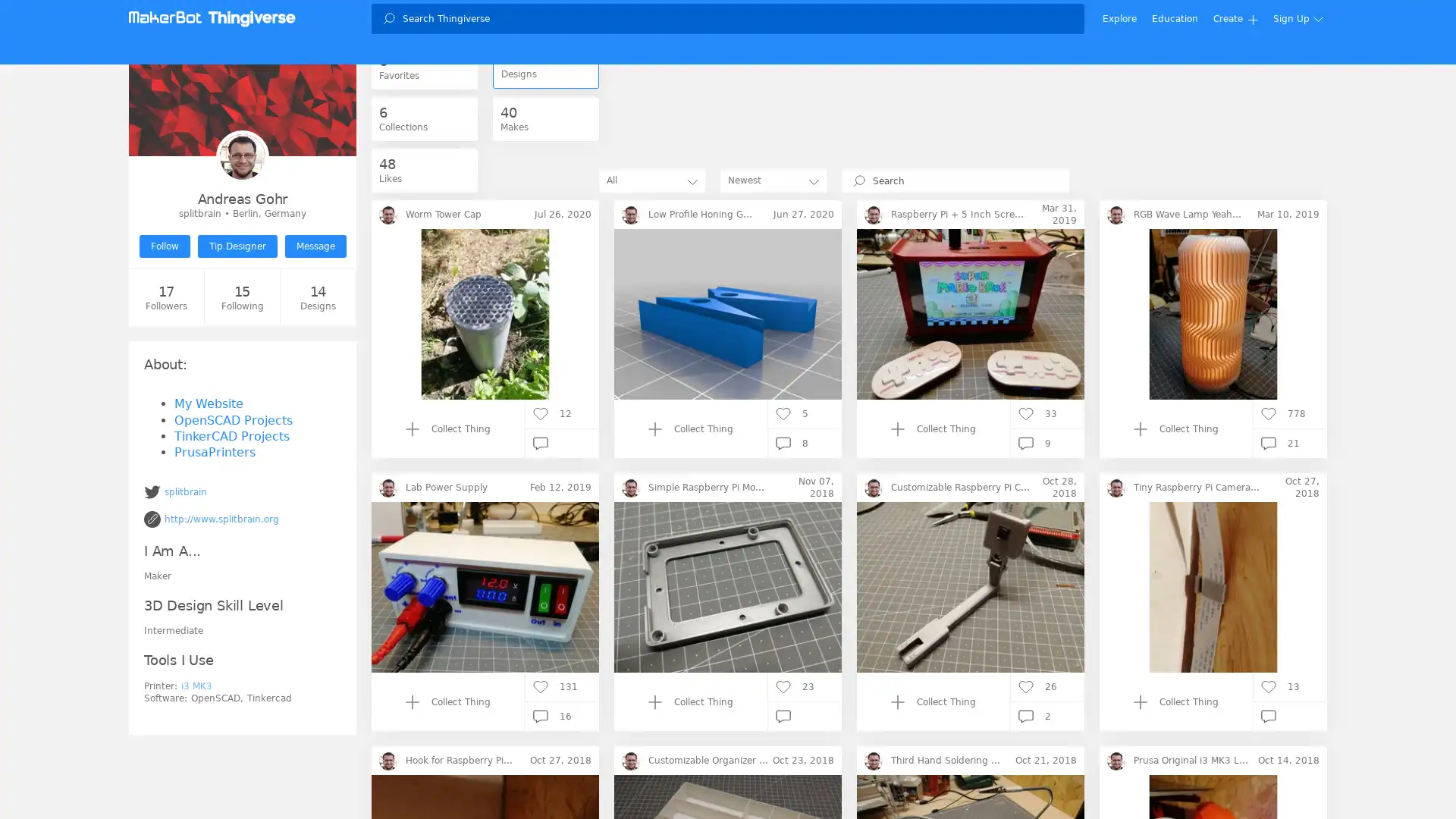 The image size is (1456, 819). What do you see at coordinates (164, 245) in the screenshot?
I see `Follow` at bounding box center [164, 245].